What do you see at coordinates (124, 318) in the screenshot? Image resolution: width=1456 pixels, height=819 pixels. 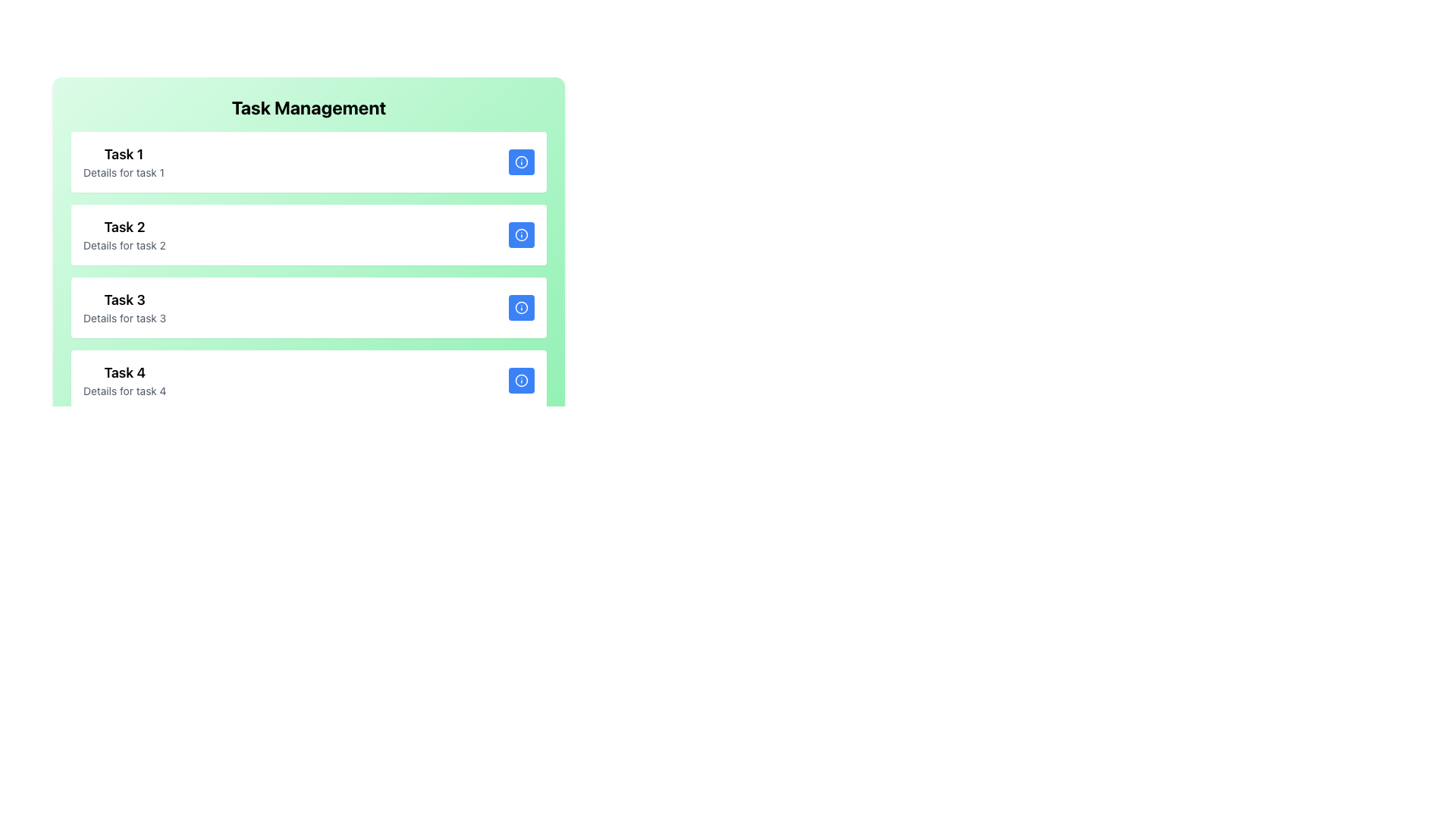 I see `the Static Text element that provides additional information about 'Task 3', located directly below the 'Task 3' title` at bounding box center [124, 318].